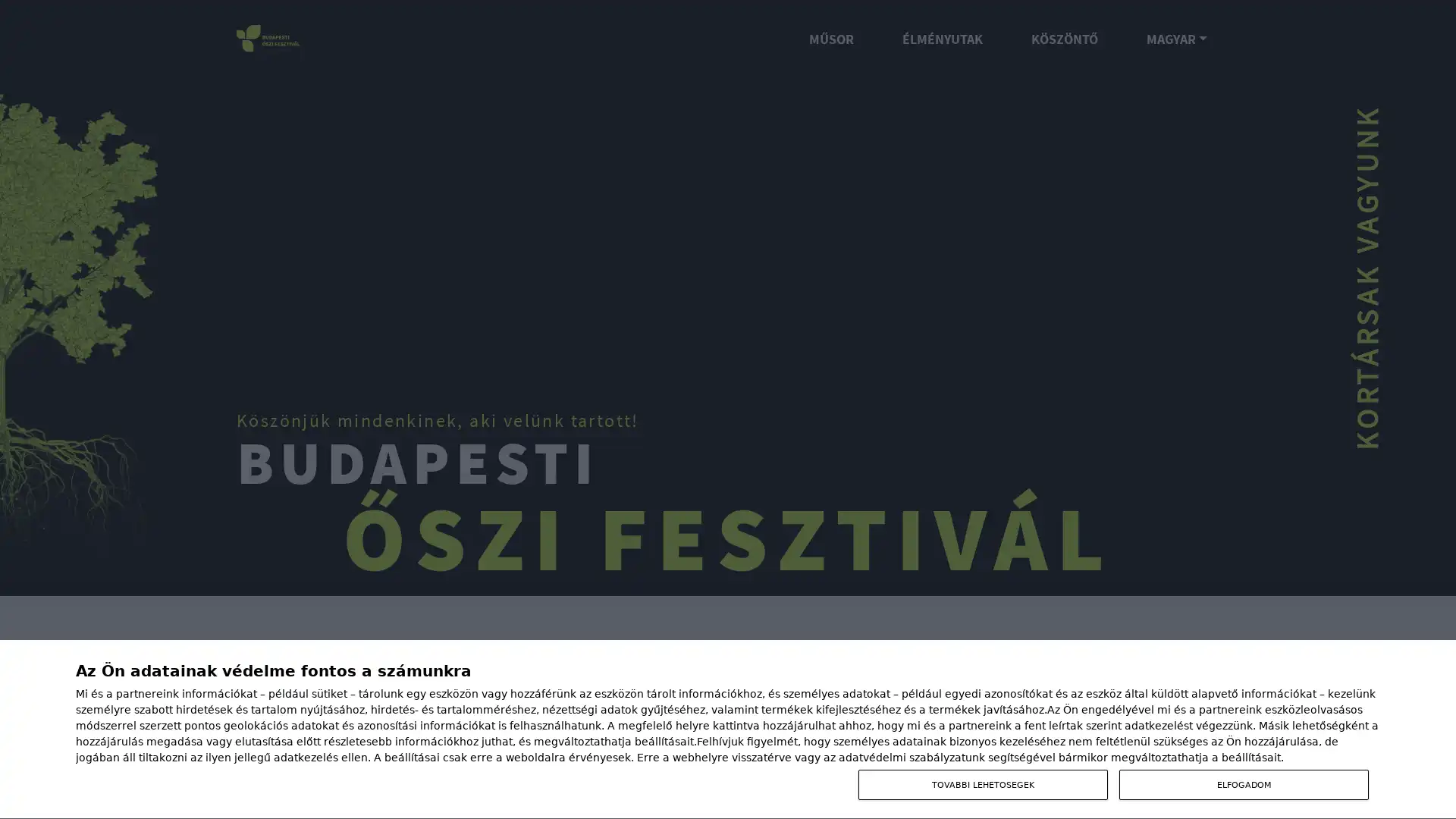  I want to click on ELFOGADOM, so click(1244, 784).